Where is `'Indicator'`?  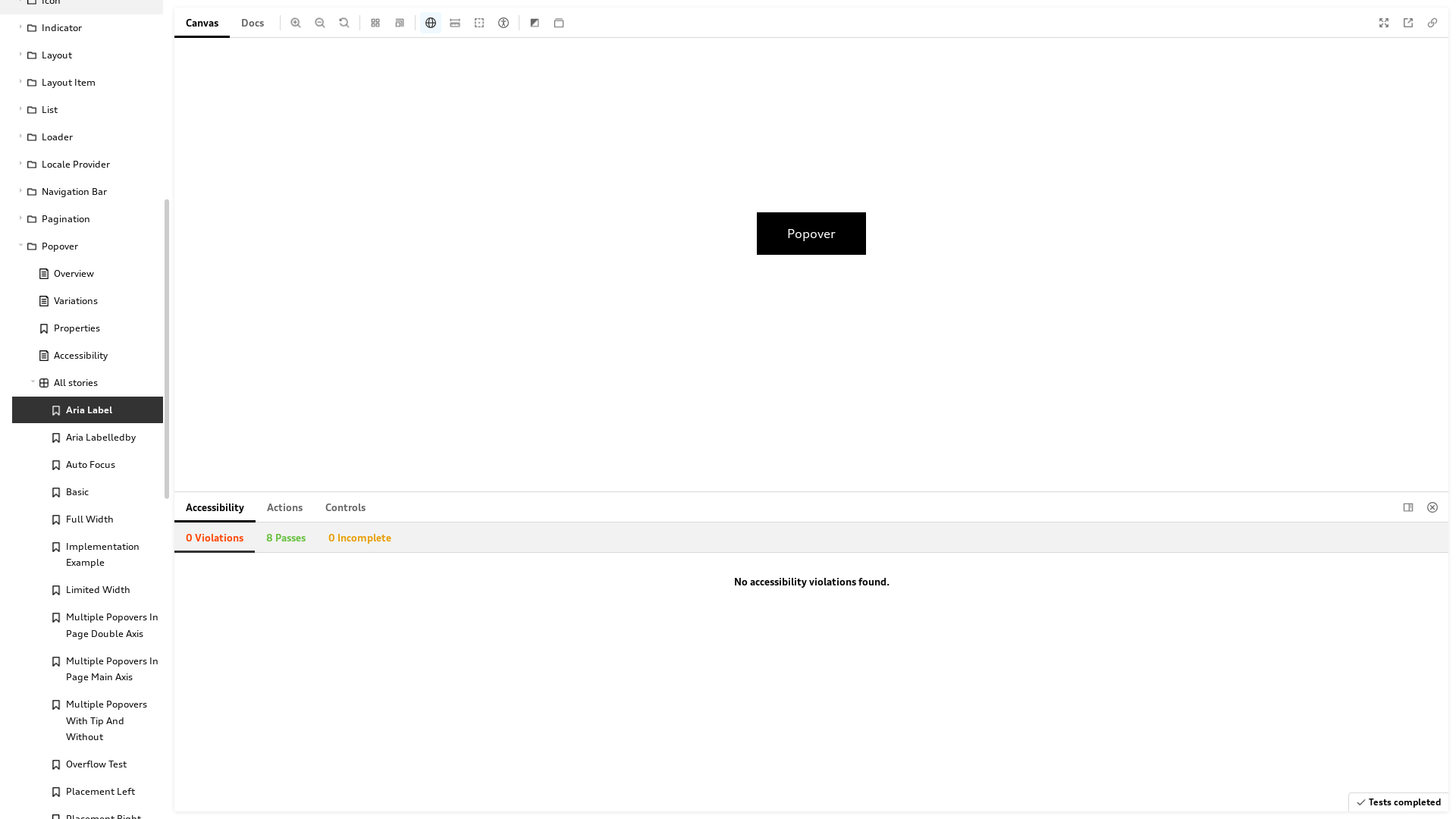 'Indicator' is located at coordinates (80, 28).